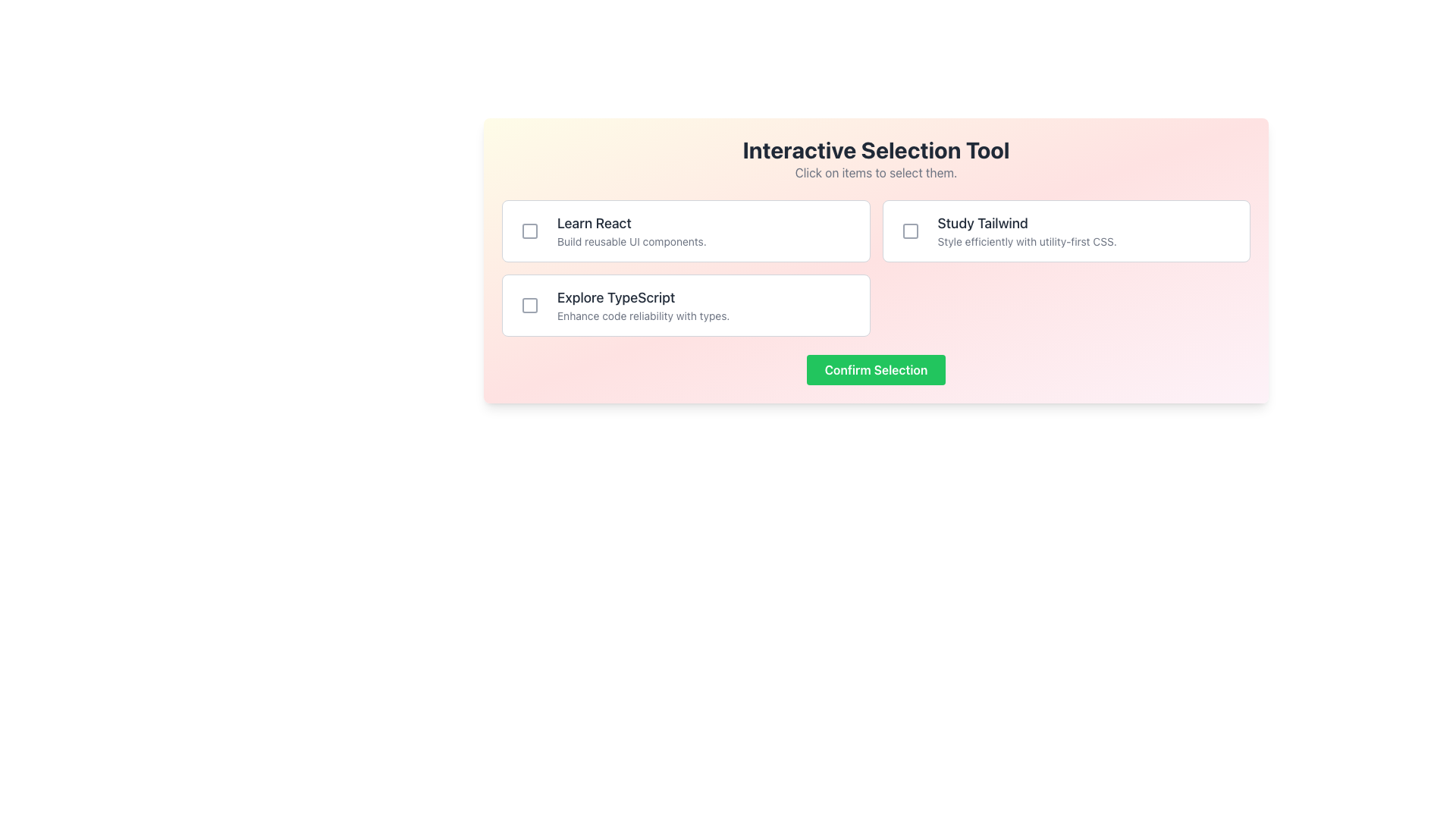  Describe the element at coordinates (643, 315) in the screenshot. I see `text label that provides a brief description or tagline under the heading 'Explore TypeScript', located in the second item of the left column` at that location.